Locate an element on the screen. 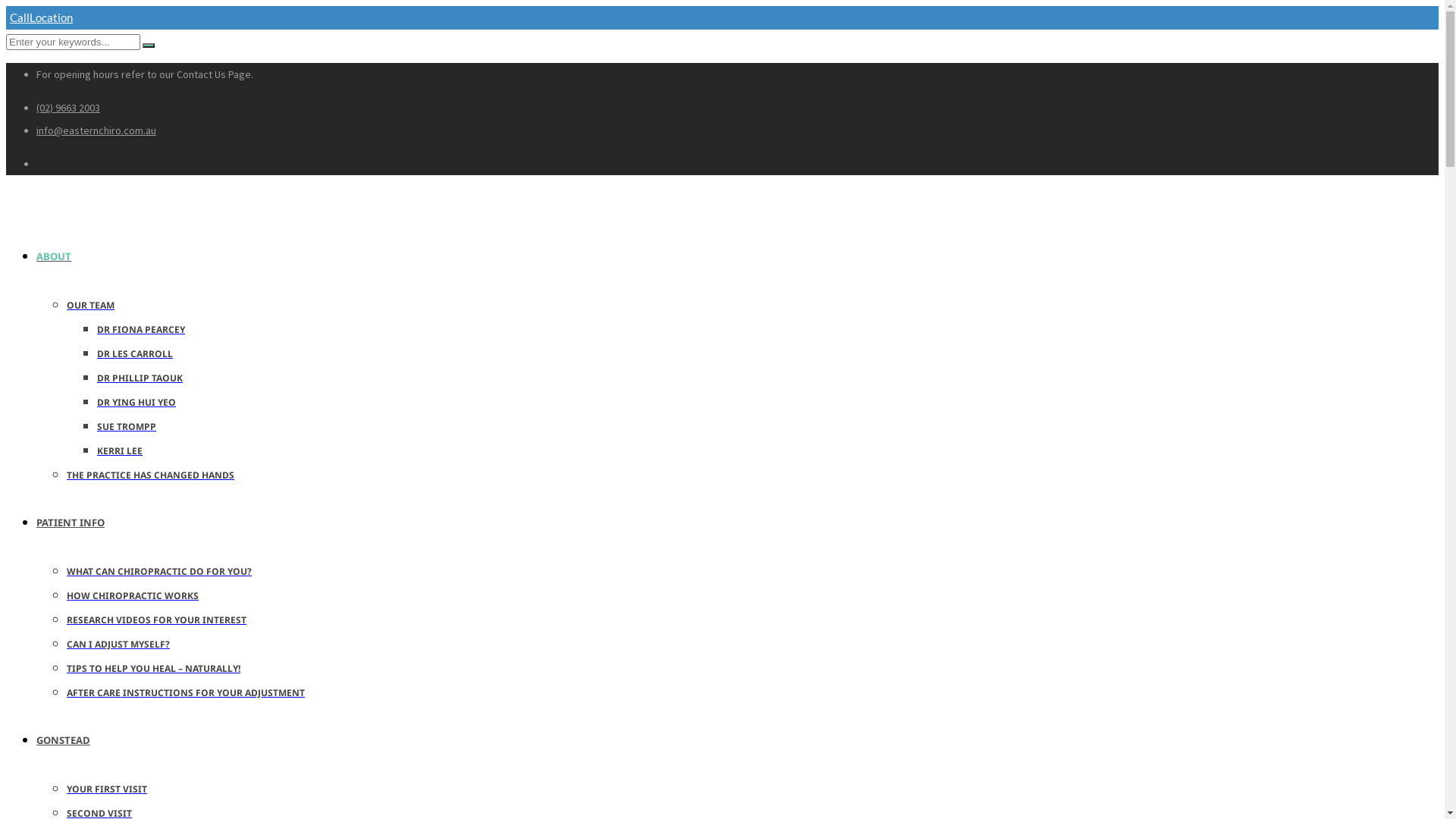 This screenshot has height=819, width=1456. 'info@easternchiro.com.au' is located at coordinates (95, 130).